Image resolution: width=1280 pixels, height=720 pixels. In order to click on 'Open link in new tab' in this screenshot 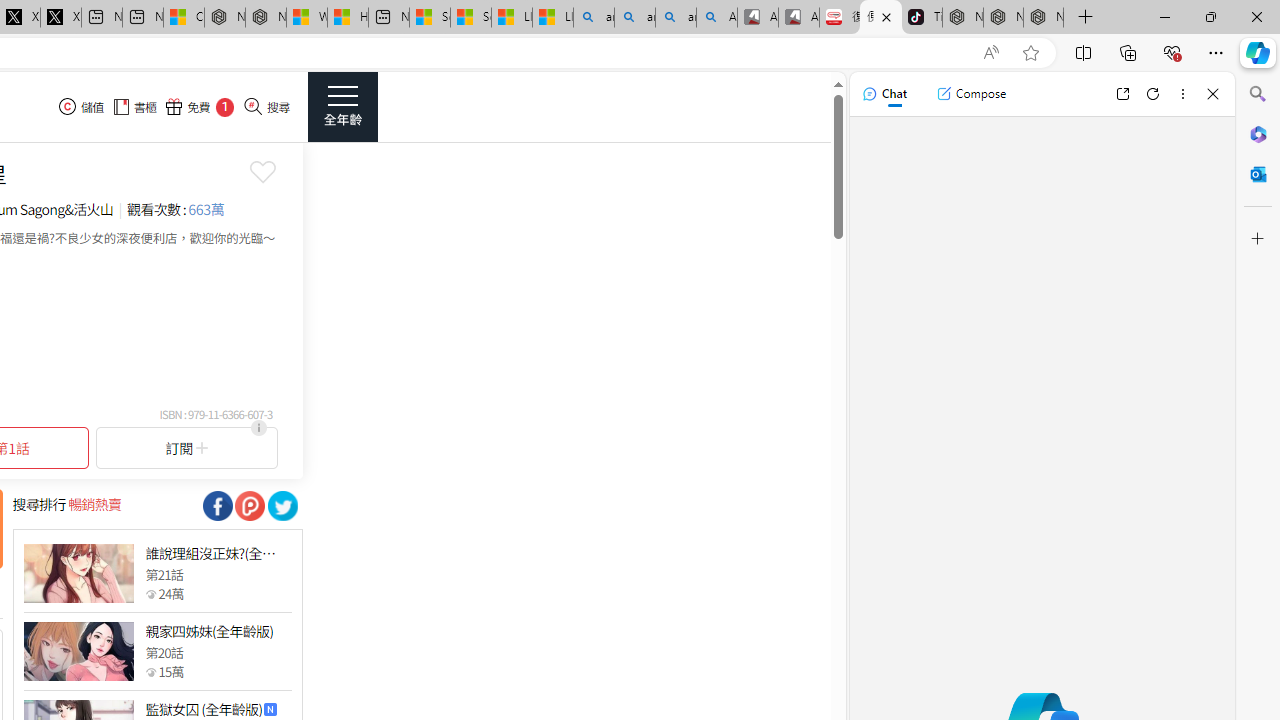, I will do `click(1122, 93)`.